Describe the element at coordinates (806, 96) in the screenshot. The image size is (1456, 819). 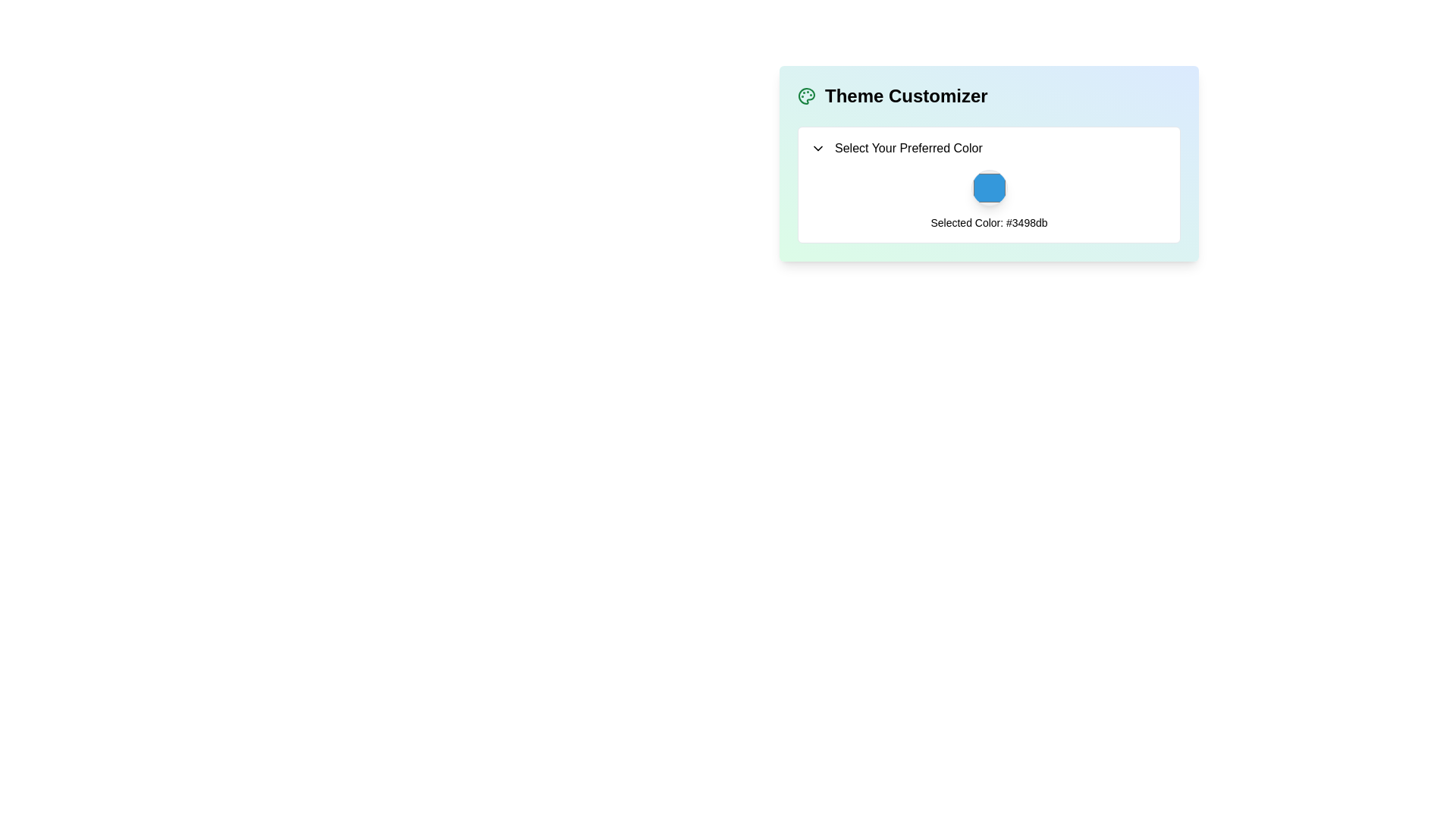
I see `the green palette icon located at the left-most side of the 'Theme Customizer' title block, which symbolizes artistic functionalities` at that location.